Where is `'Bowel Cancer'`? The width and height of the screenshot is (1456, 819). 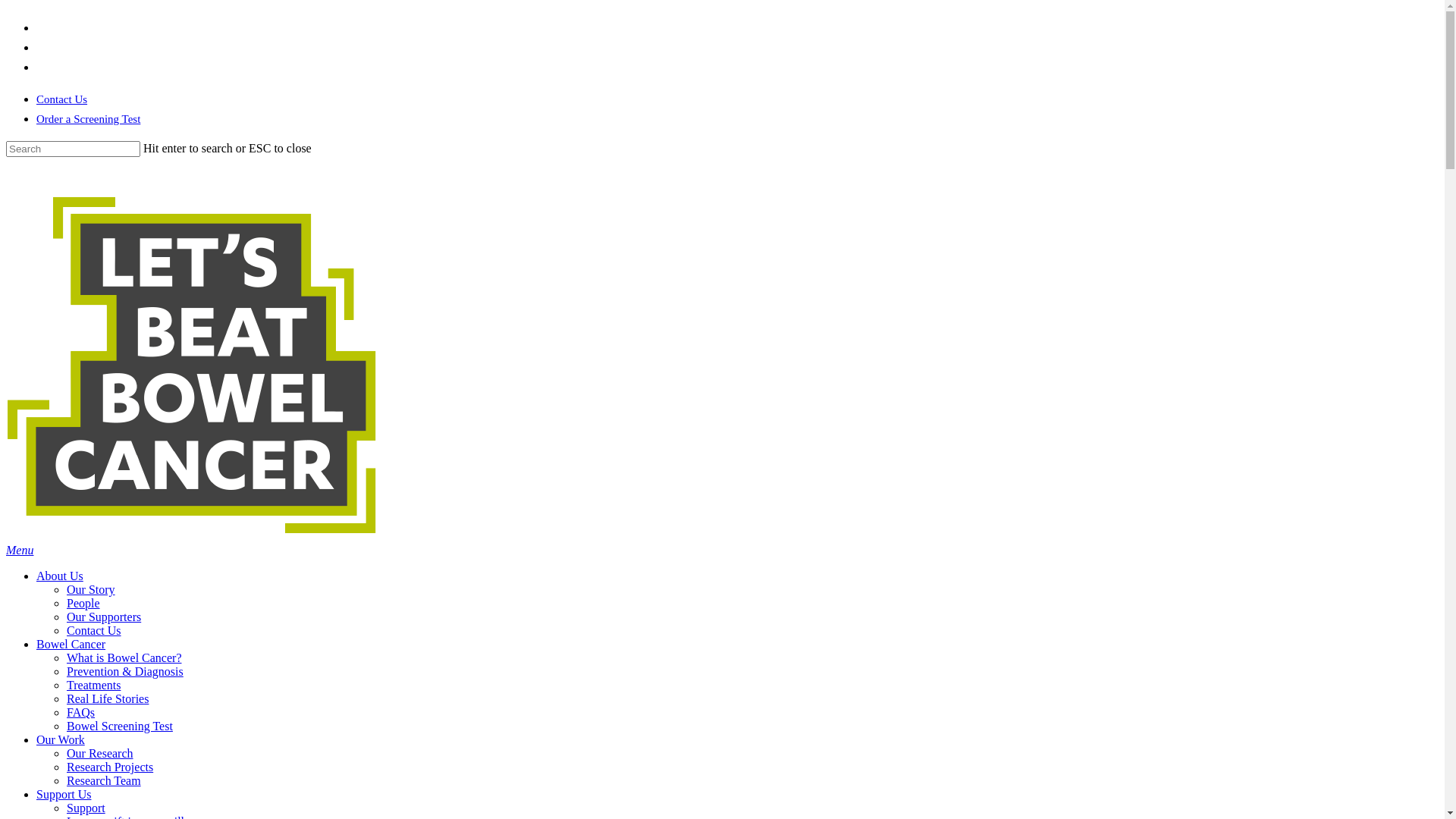
'Bowel Cancer' is located at coordinates (70, 644).